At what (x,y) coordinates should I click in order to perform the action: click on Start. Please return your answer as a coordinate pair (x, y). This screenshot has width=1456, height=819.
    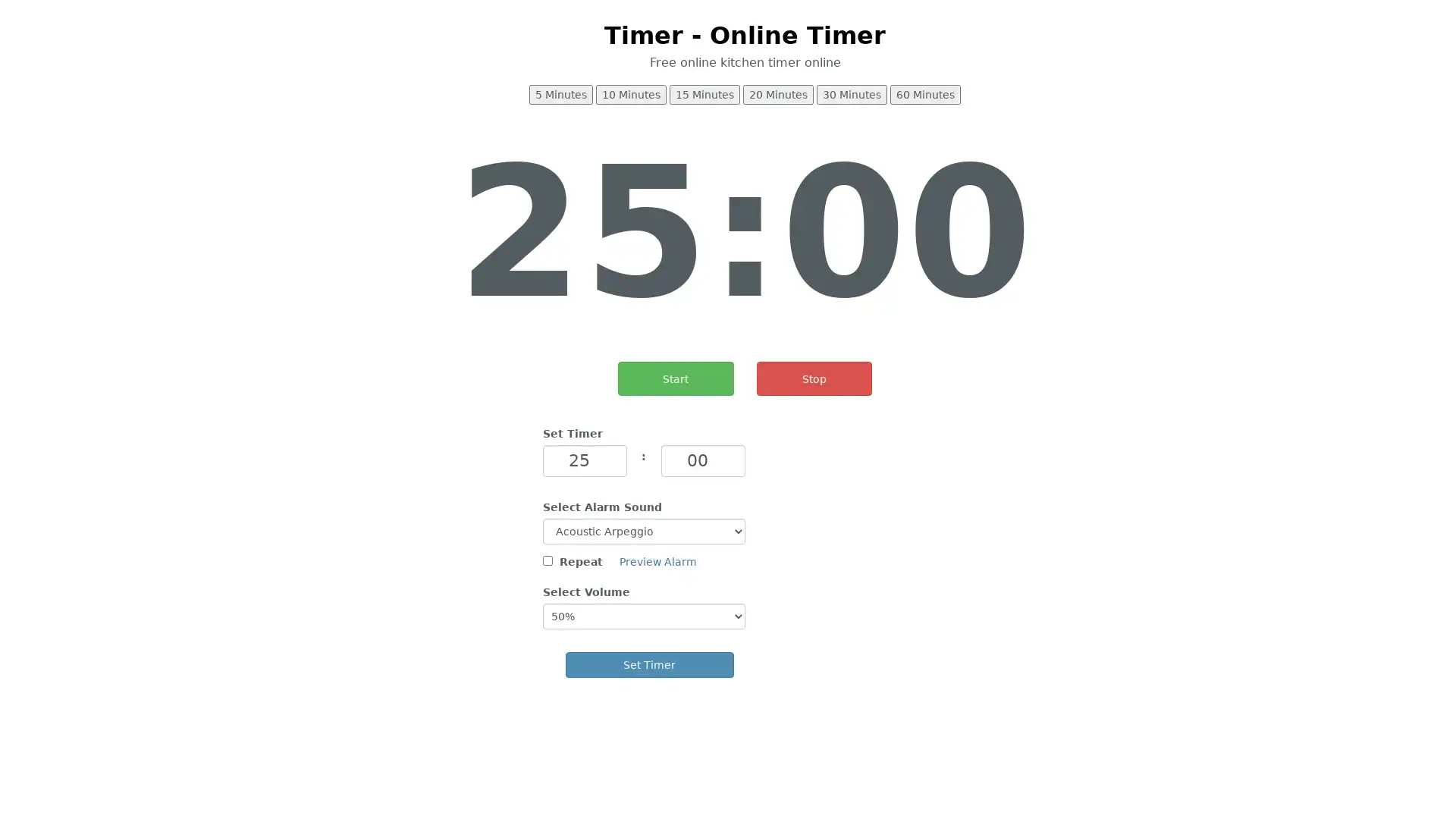
    Looking at the image, I should click on (675, 378).